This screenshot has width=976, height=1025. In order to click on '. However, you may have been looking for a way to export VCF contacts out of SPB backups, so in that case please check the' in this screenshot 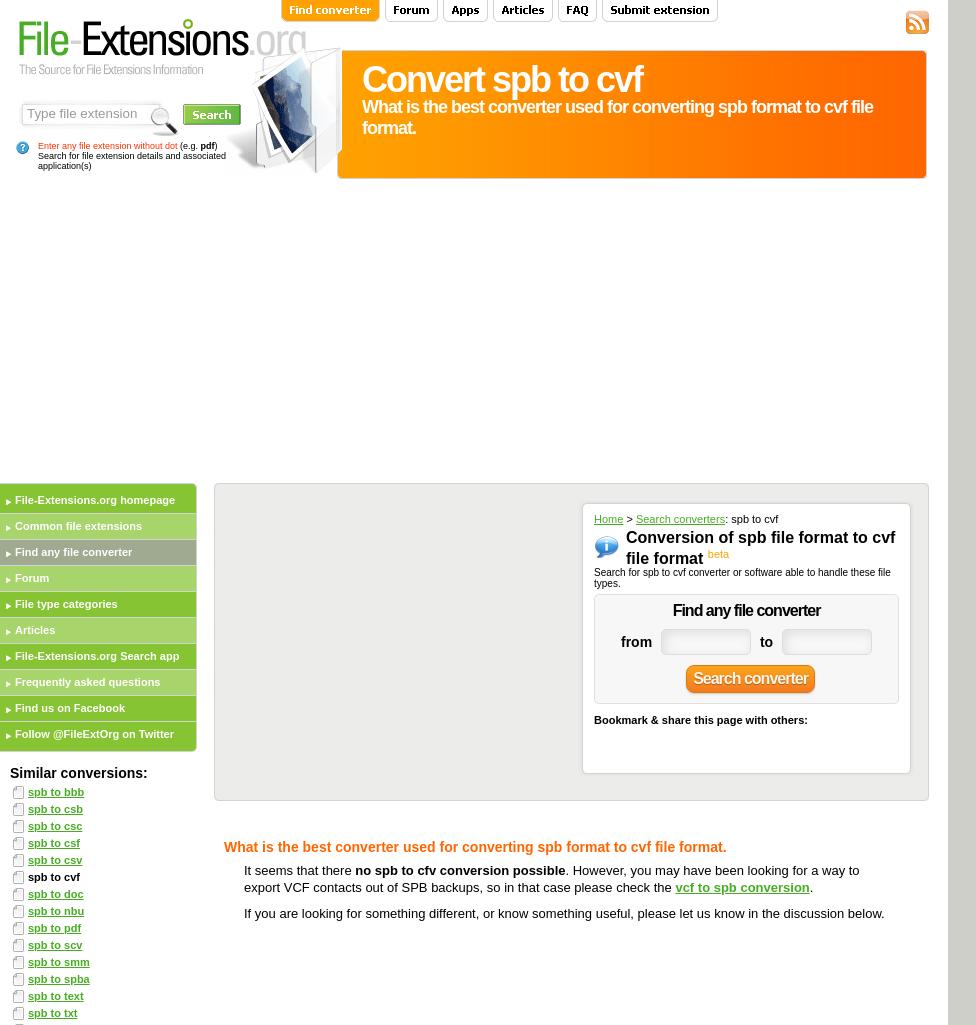, I will do `click(551, 878)`.